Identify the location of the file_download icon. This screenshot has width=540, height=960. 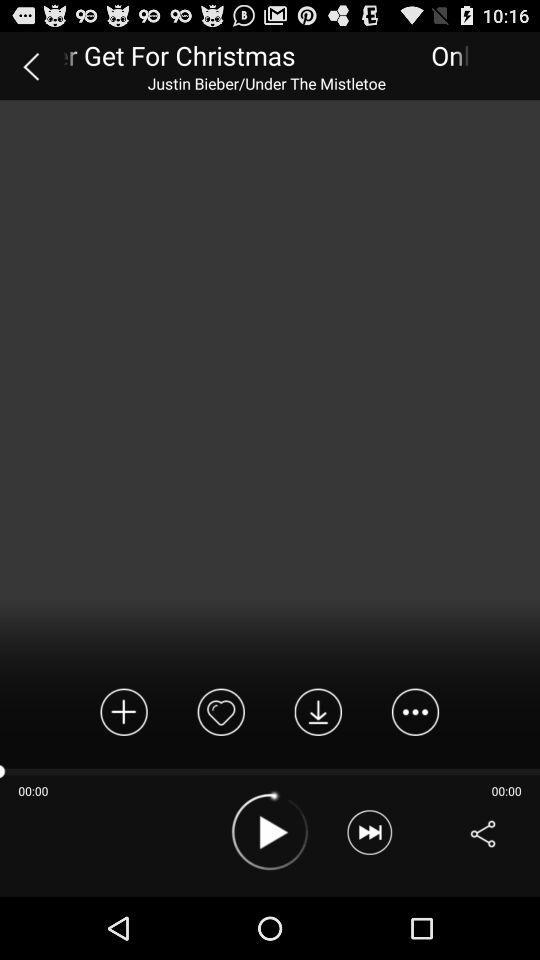
(318, 761).